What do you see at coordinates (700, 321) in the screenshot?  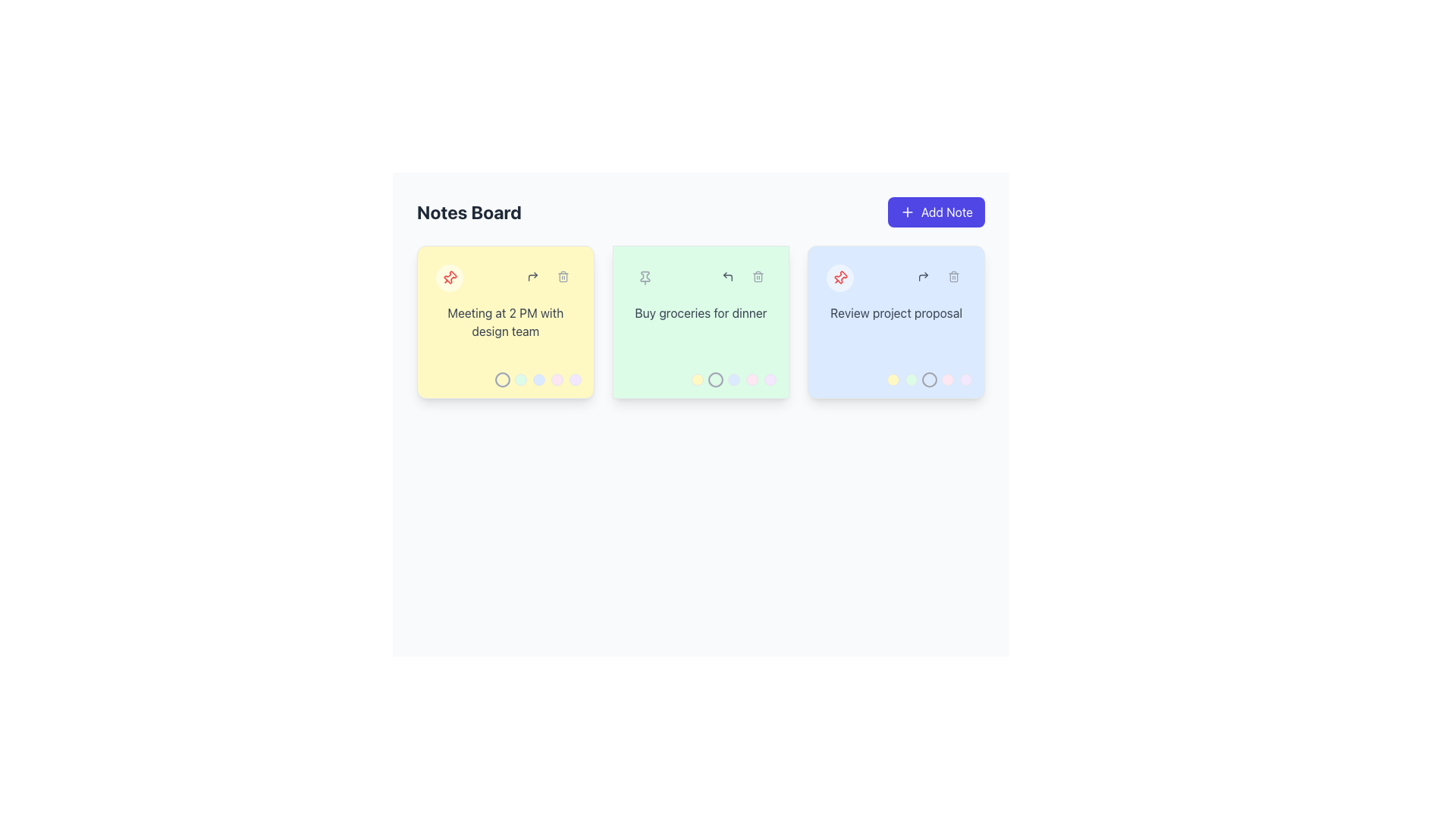 I see `the pin icon on the second Card UI component in the Notes Board section to pin the card` at bounding box center [700, 321].